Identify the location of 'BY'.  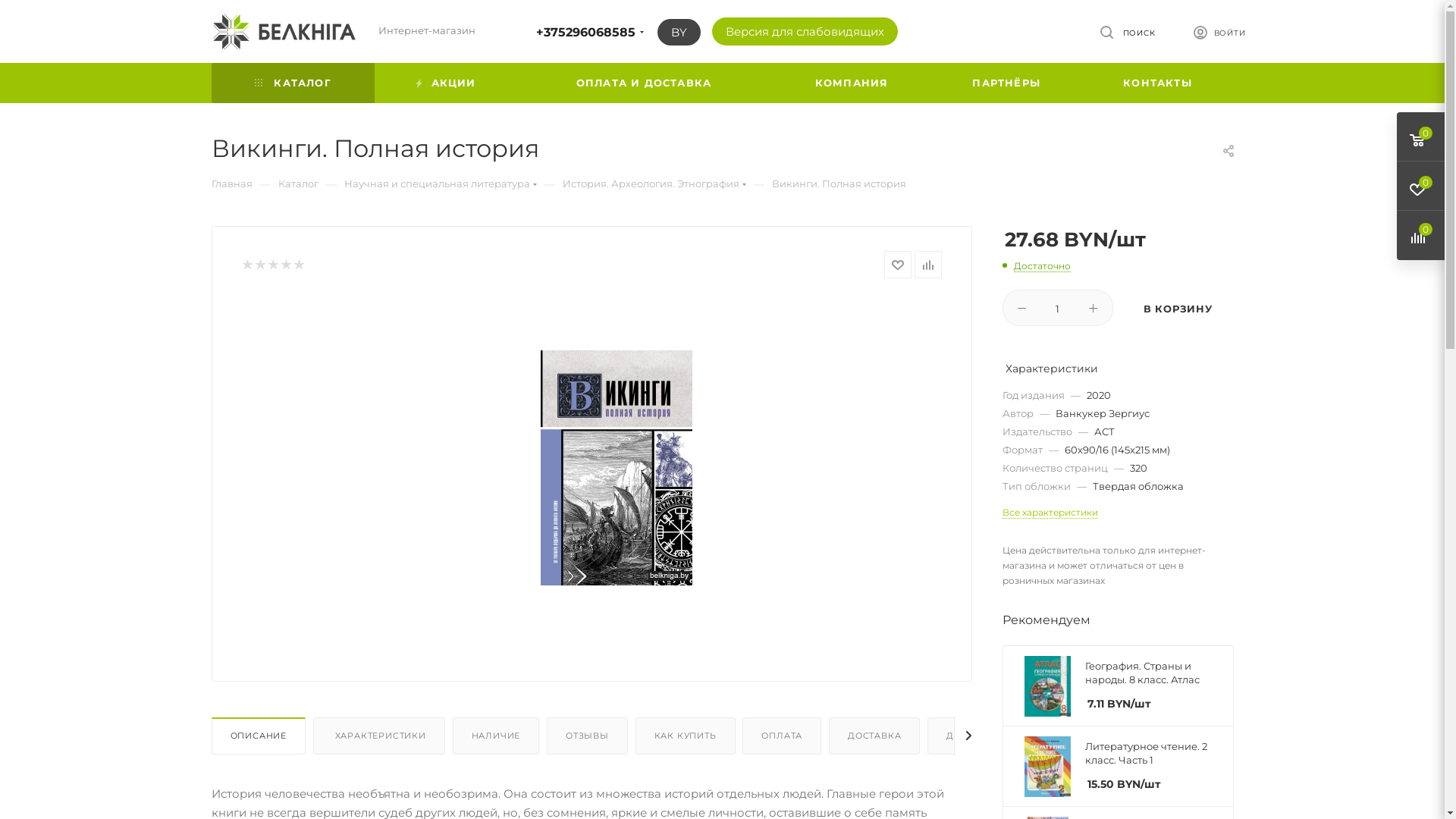
(677, 32).